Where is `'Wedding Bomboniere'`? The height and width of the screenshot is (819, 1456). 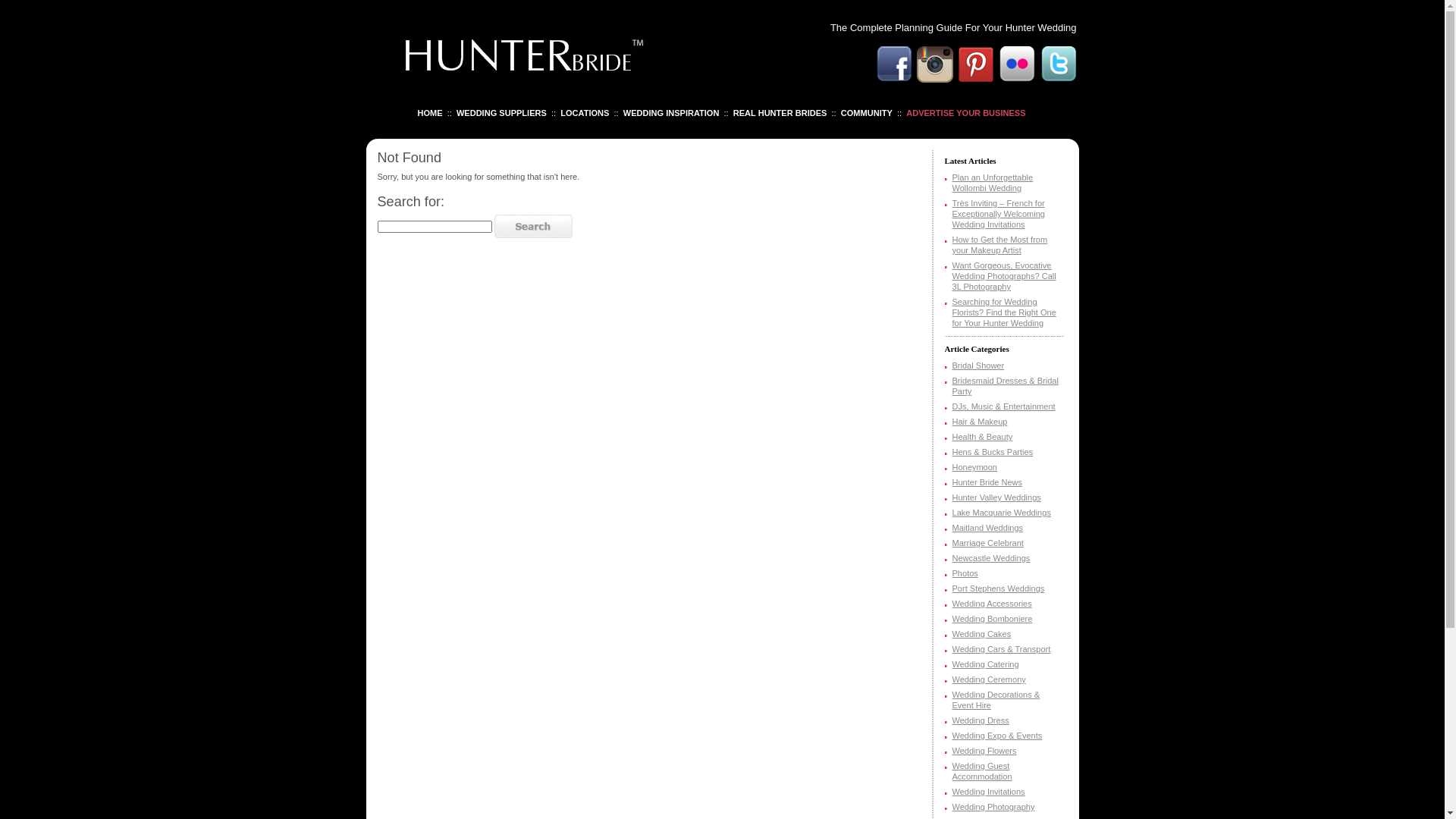
'Wedding Bomboniere' is located at coordinates (993, 619).